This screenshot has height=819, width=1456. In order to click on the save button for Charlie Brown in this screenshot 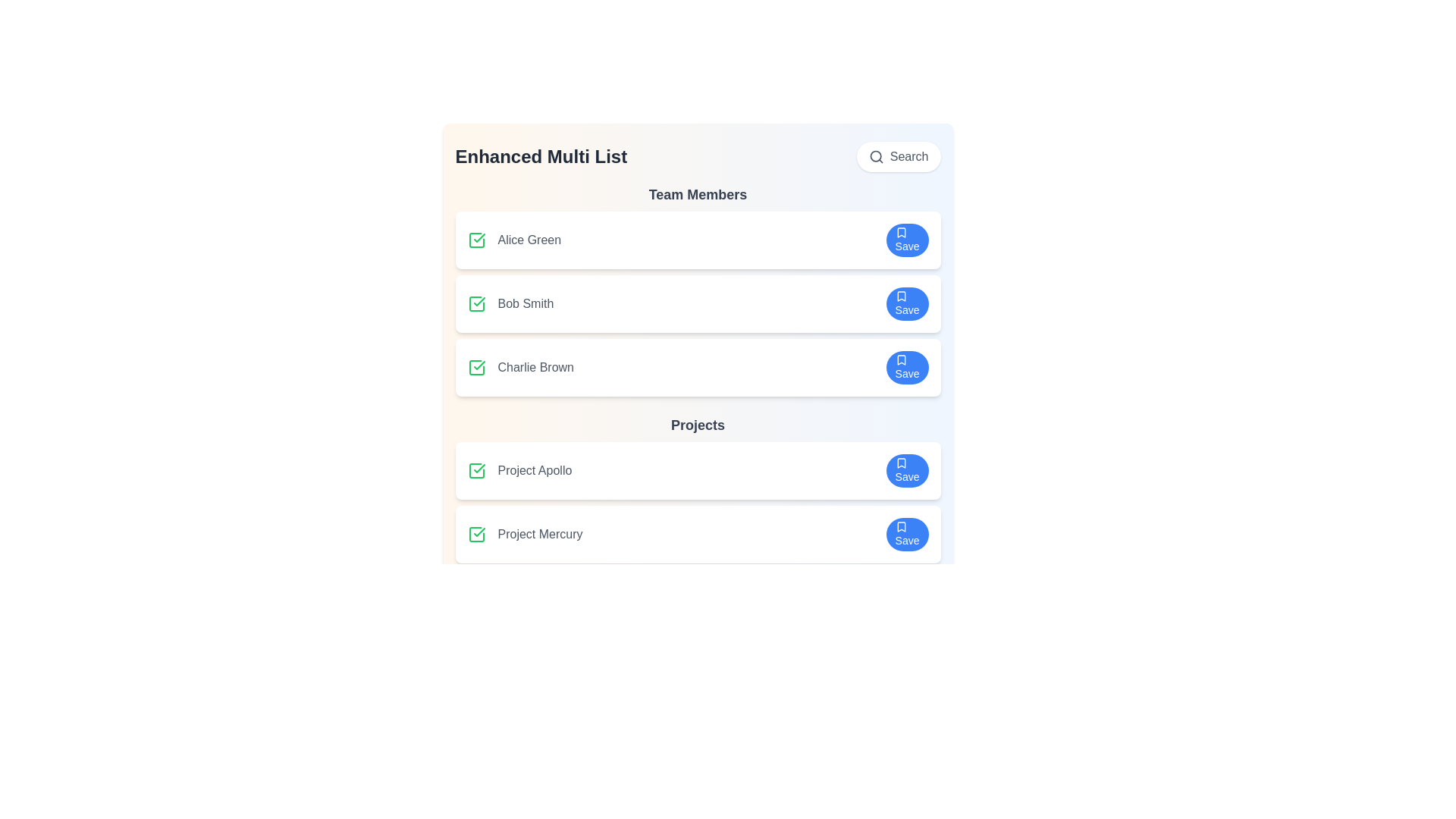, I will do `click(907, 368)`.